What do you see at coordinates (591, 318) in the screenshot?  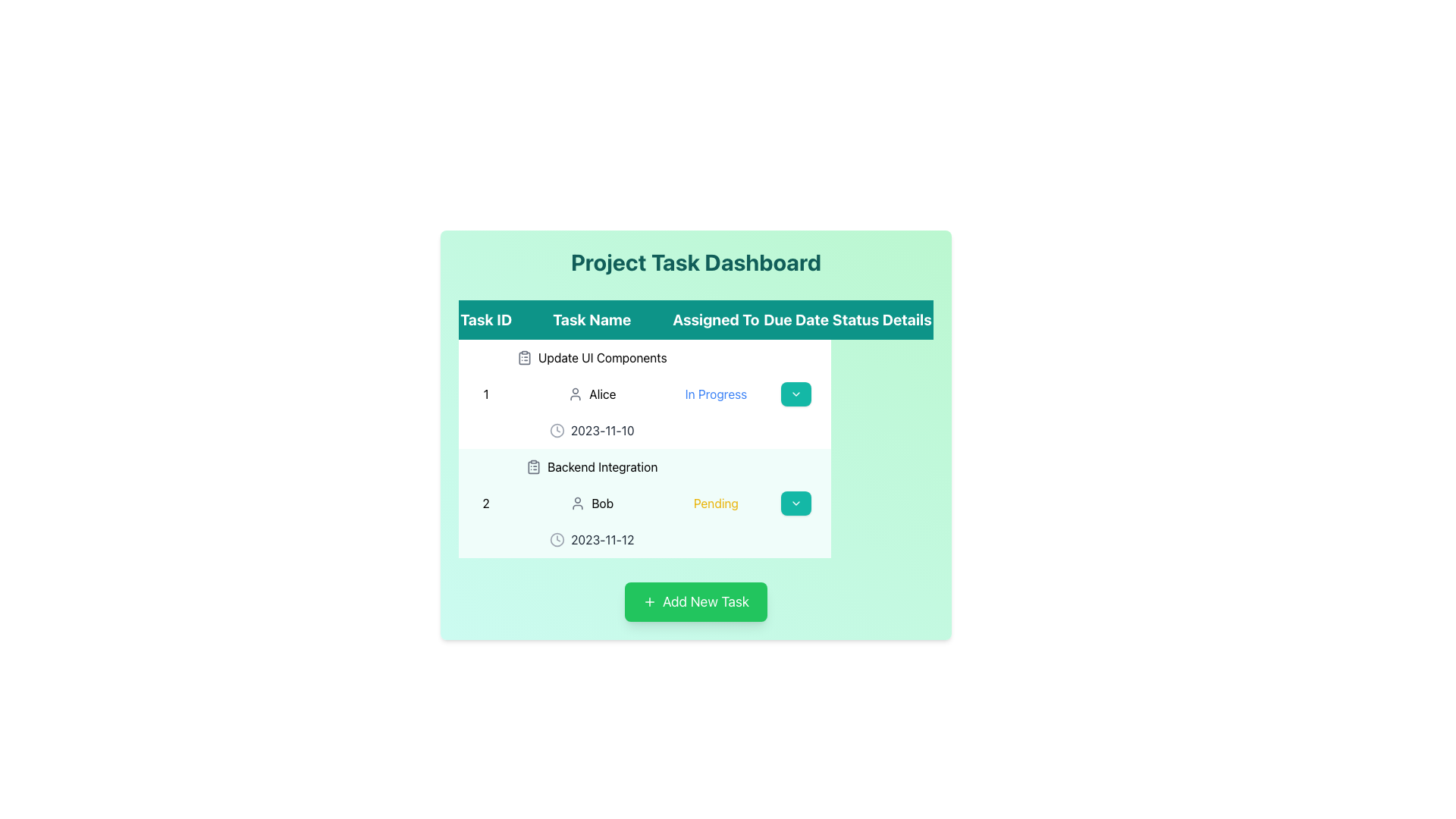 I see `the 'Task Name' text label, which is the second column header in a table-like layout, located between 'Task ID' and 'Assigned To', with a large, bold white font on a teal background` at bounding box center [591, 318].